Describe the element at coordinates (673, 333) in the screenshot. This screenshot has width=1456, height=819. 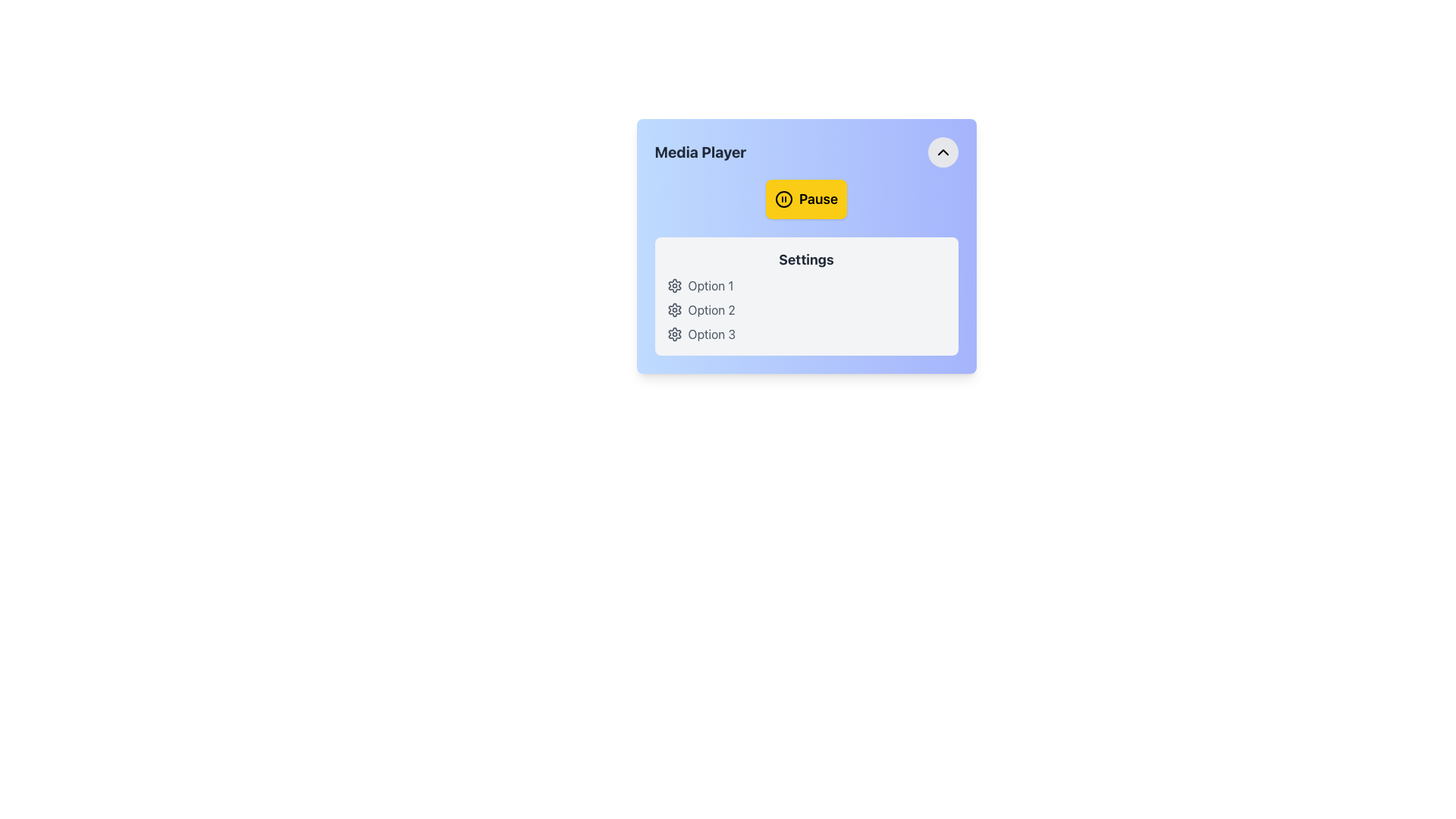
I see `the gear-like icon in the settings menu next to 'Option 3'` at that location.